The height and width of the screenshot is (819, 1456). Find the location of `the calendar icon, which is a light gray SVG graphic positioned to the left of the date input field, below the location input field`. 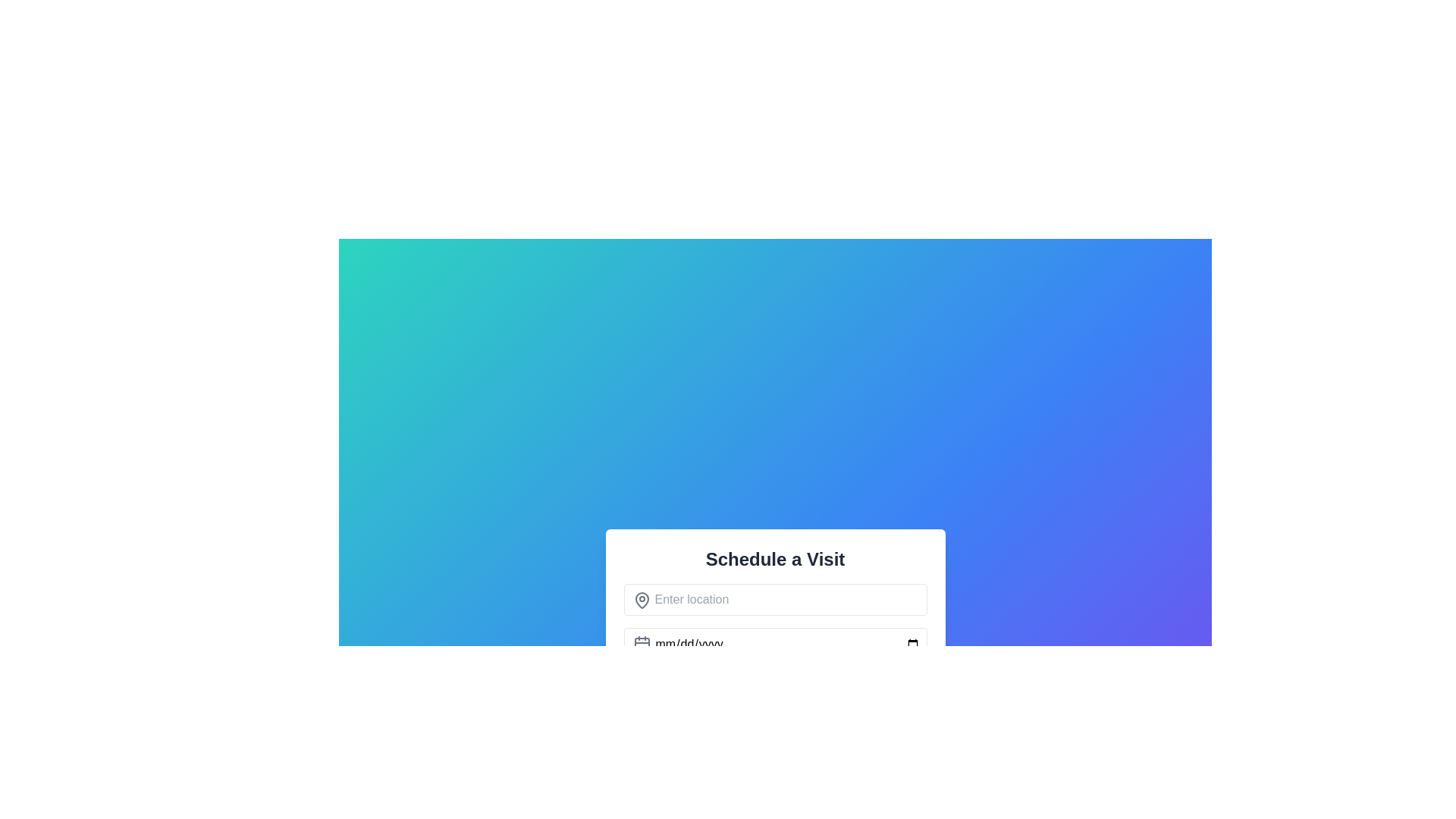

the calendar icon, which is a light gray SVG graphic positioned to the left of the date input field, below the location input field is located at coordinates (642, 644).